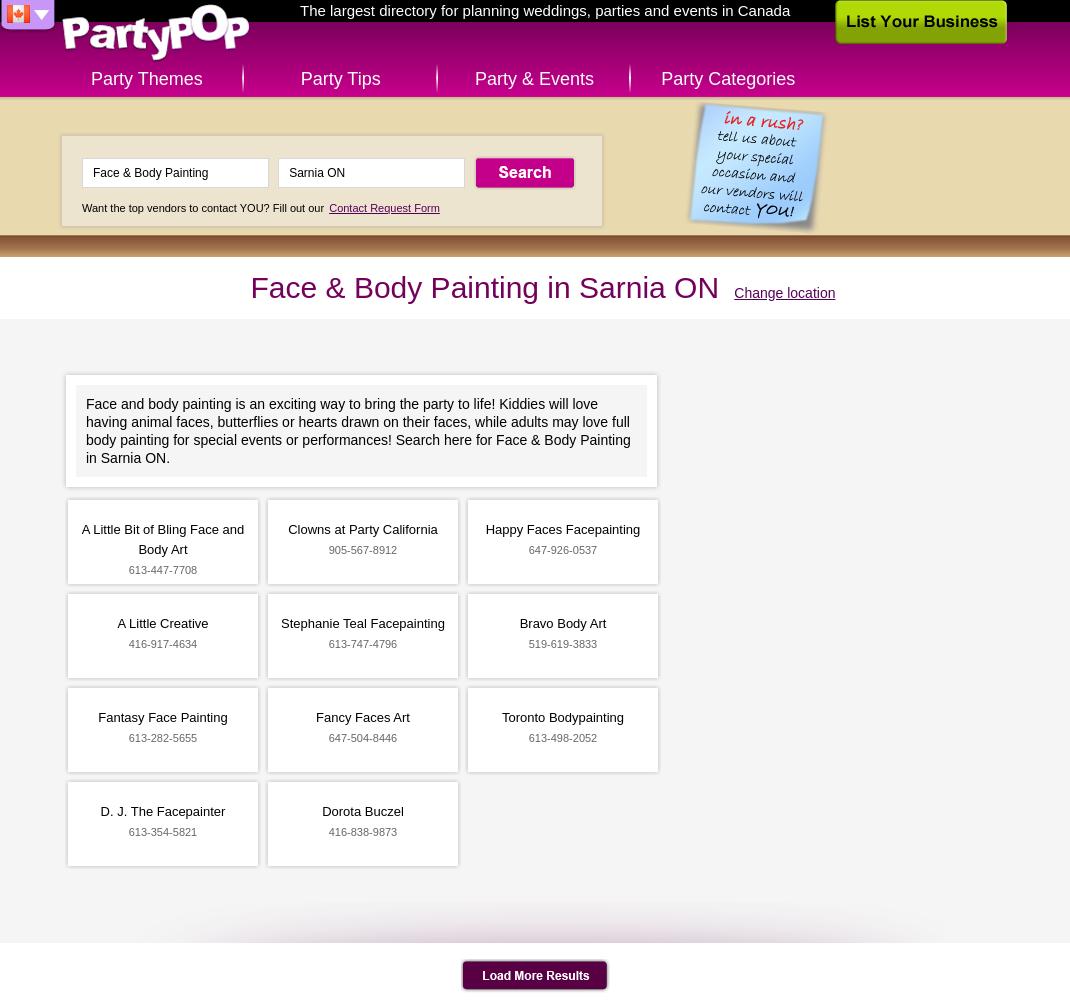  I want to click on '416-917-4634', so click(162, 644).